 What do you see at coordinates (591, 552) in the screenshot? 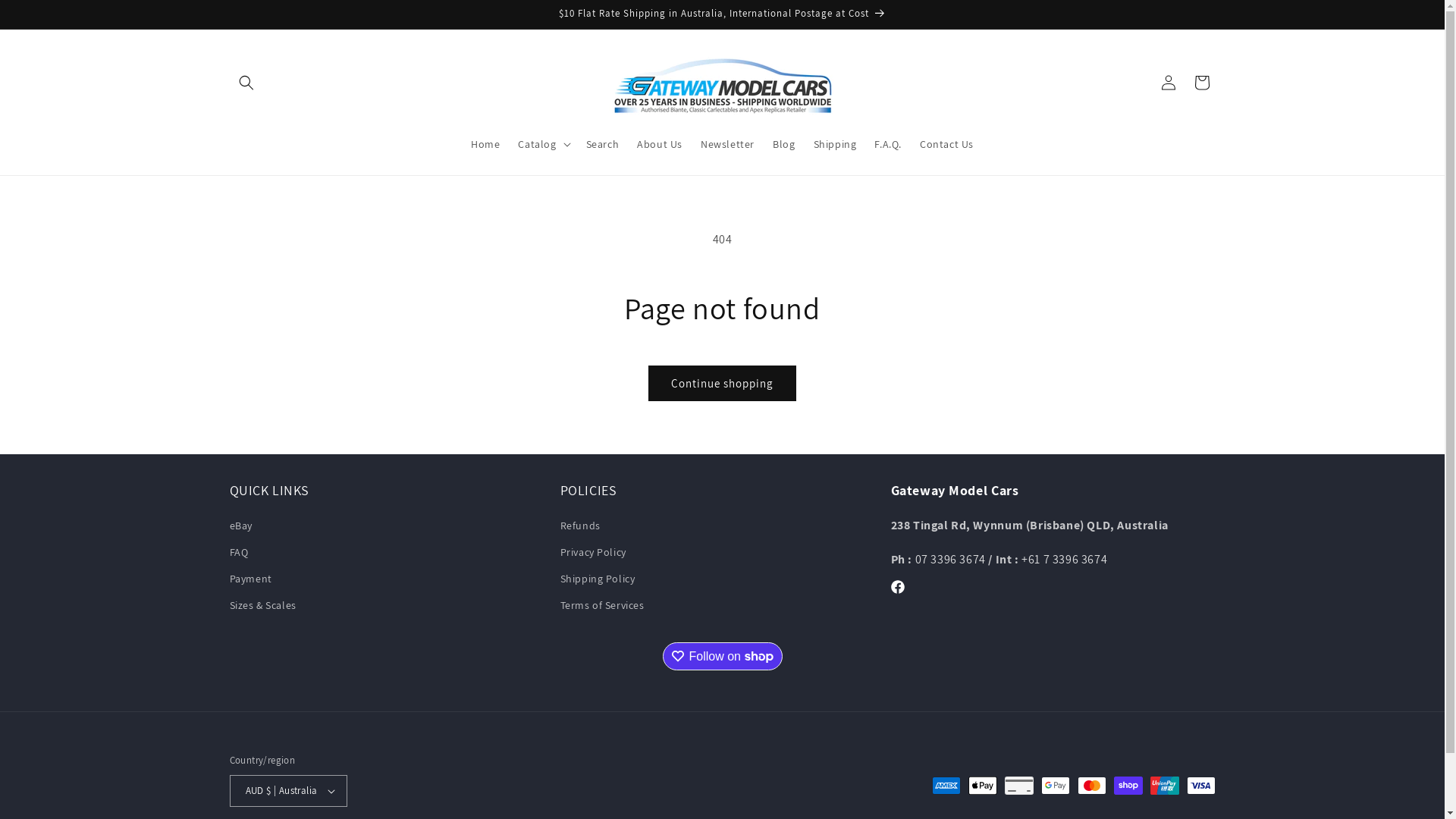
I see `'Privacy Policy'` at bounding box center [591, 552].